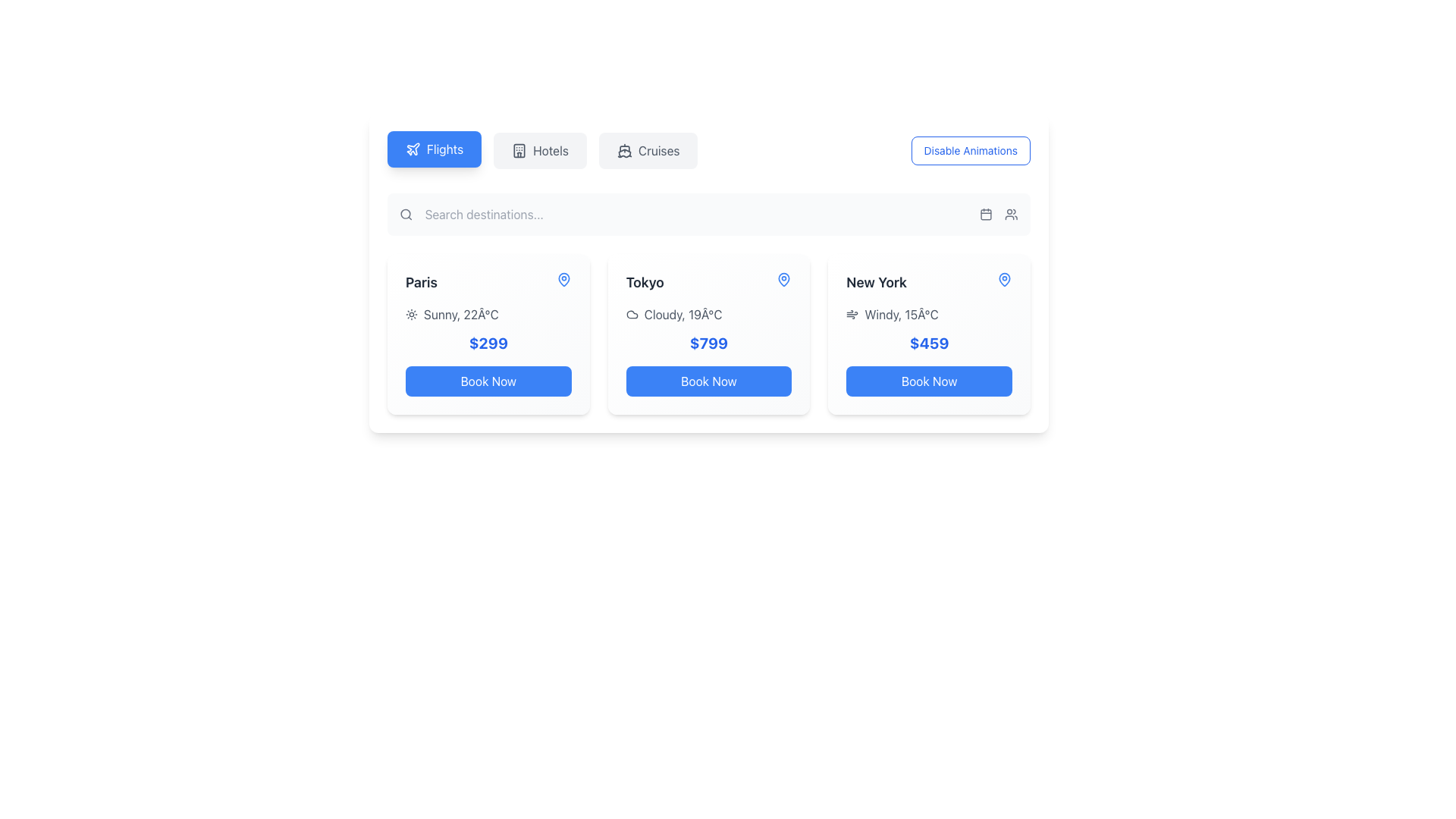 The height and width of the screenshot is (819, 1456). Describe the element at coordinates (928, 380) in the screenshot. I see `the 'Book Now' button located at the bottom center of the New York information card to observe the visual hover effect` at that location.